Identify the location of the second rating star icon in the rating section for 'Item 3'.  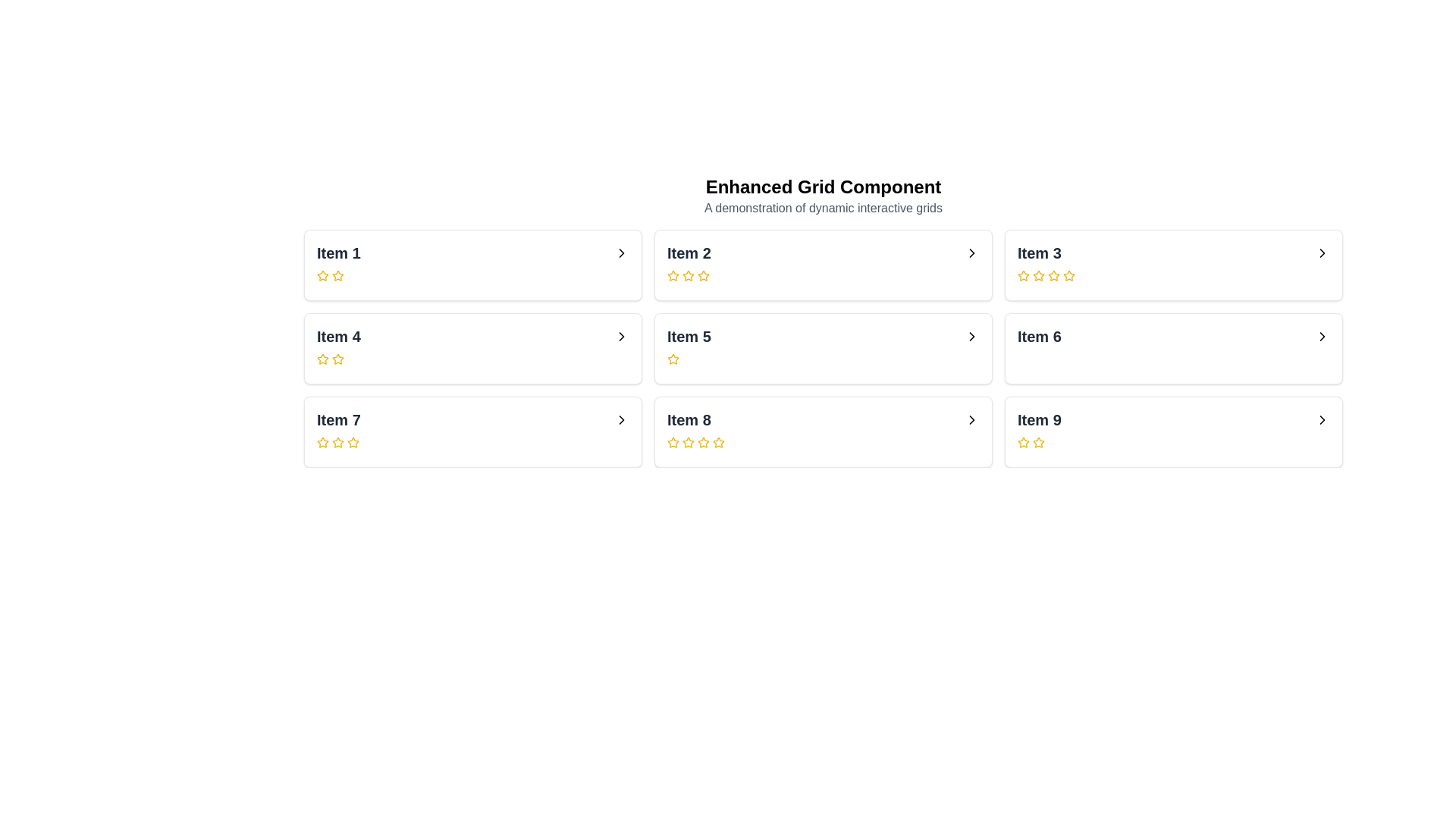
(1053, 275).